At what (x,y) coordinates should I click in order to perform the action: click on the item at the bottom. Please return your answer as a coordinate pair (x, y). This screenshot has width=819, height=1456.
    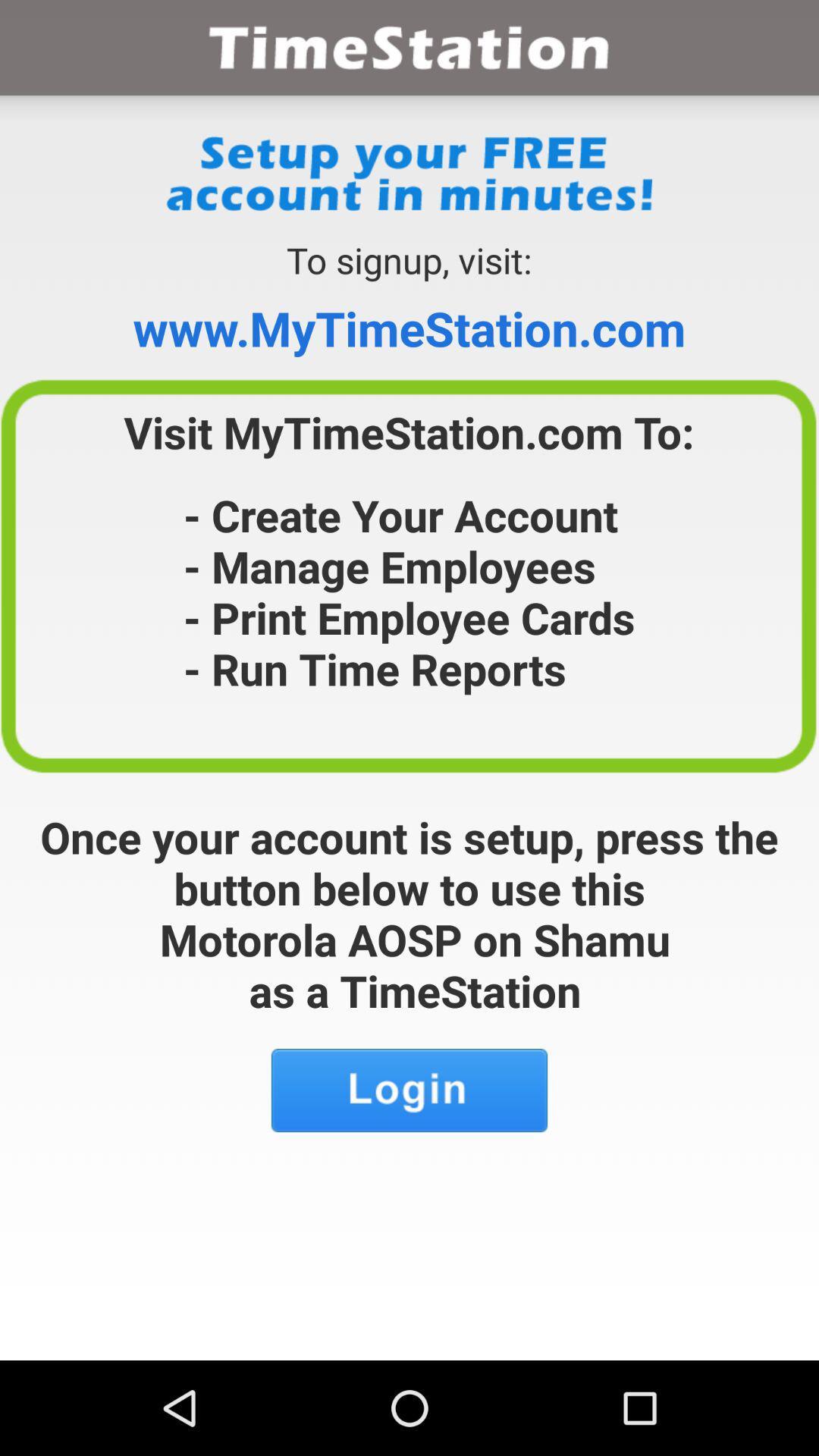
    Looking at the image, I should click on (409, 1090).